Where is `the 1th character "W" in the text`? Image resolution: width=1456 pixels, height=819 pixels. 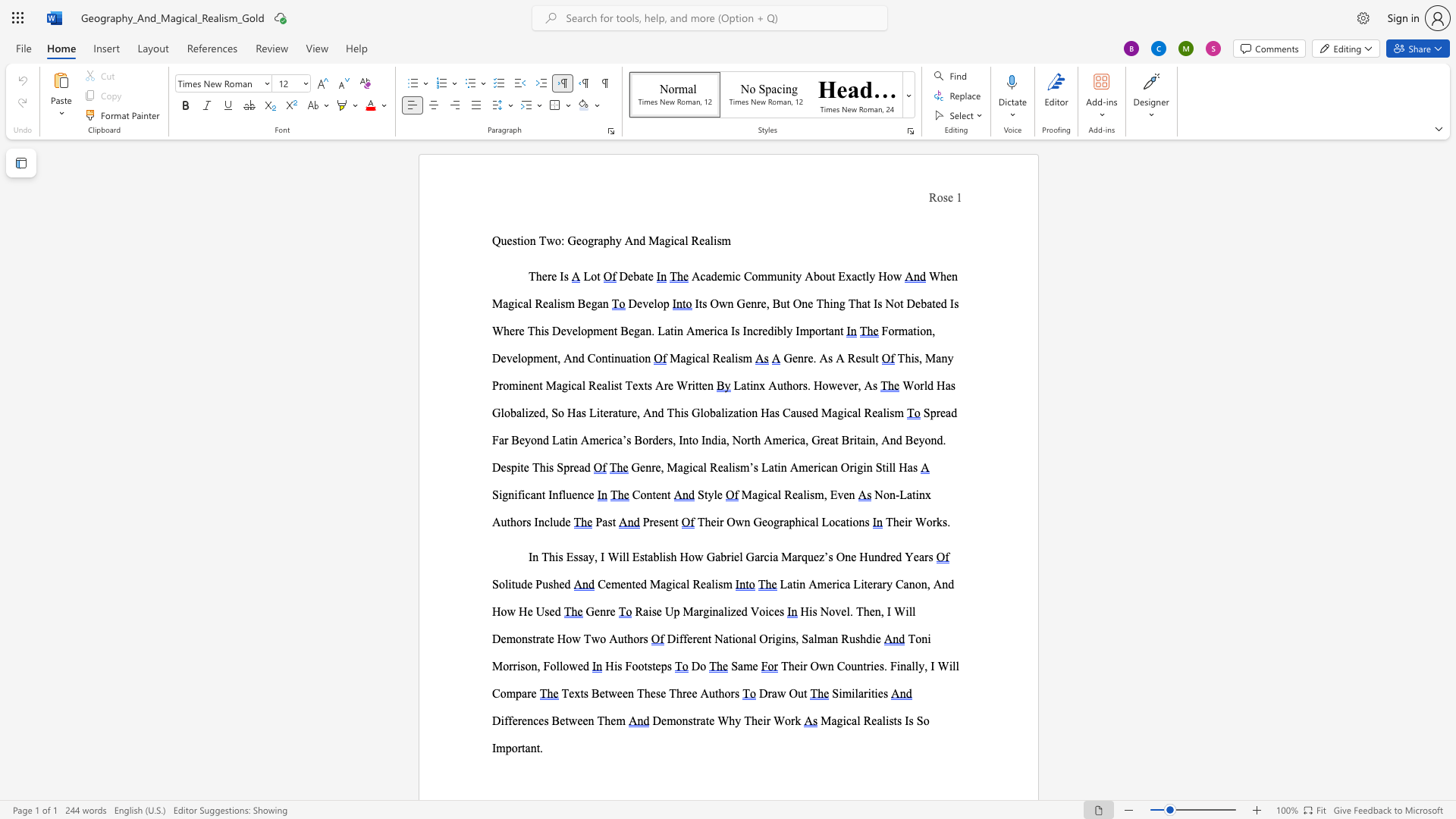 the 1th character "W" in the text is located at coordinates (920, 521).